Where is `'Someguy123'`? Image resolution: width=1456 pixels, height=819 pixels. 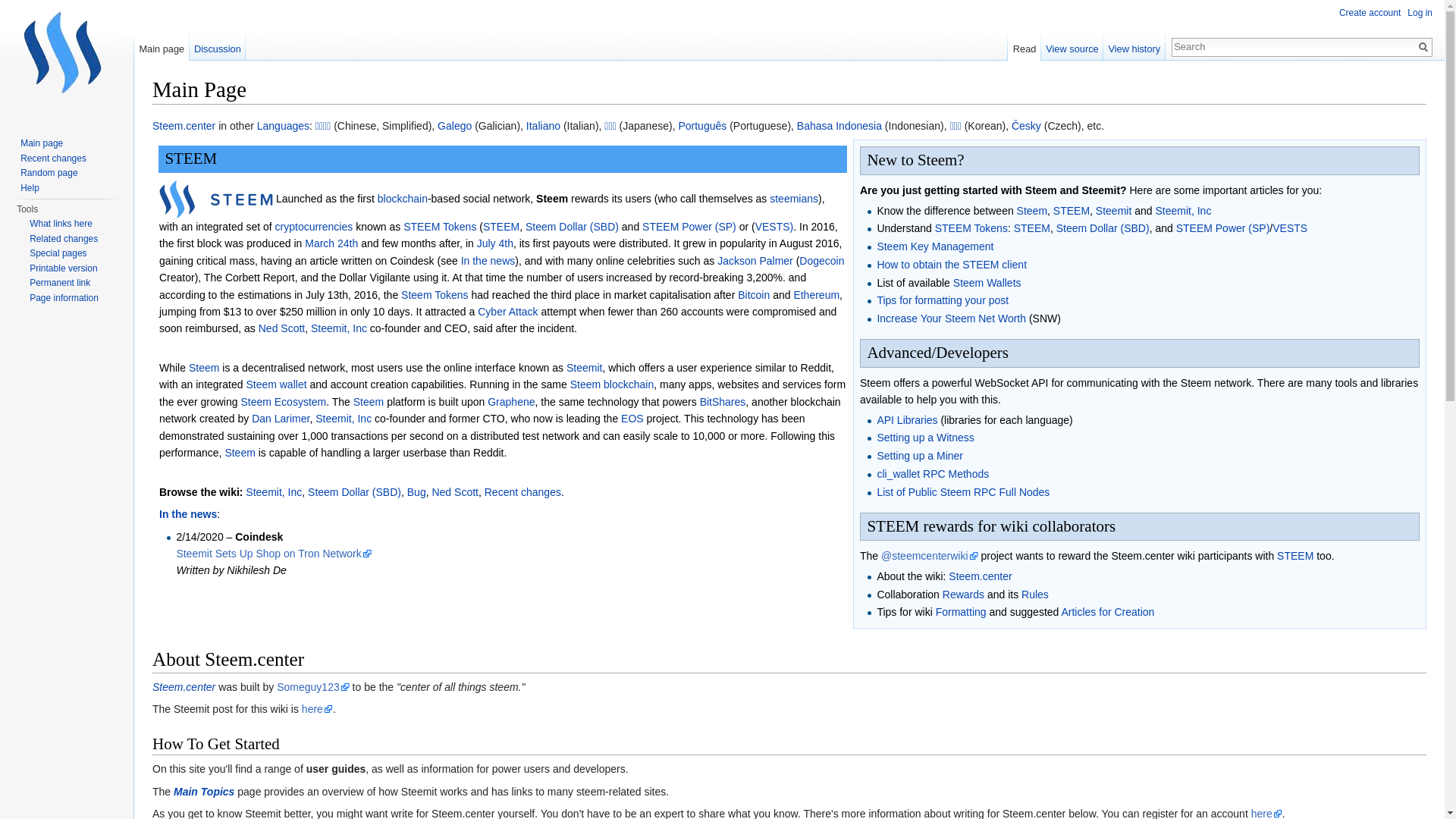
'Someguy123' is located at coordinates (312, 687).